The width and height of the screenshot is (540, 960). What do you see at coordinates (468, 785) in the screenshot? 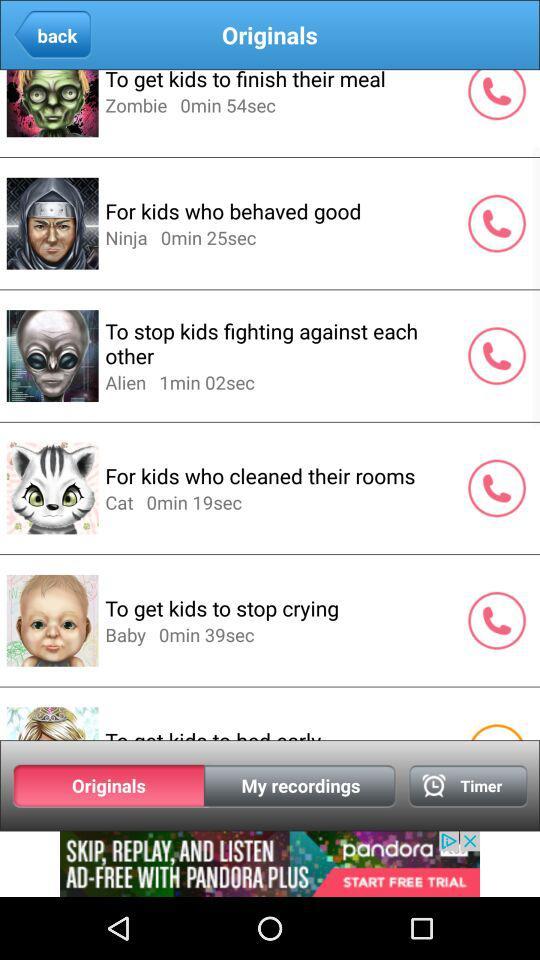
I see `timer option` at bounding box center [468, 785].